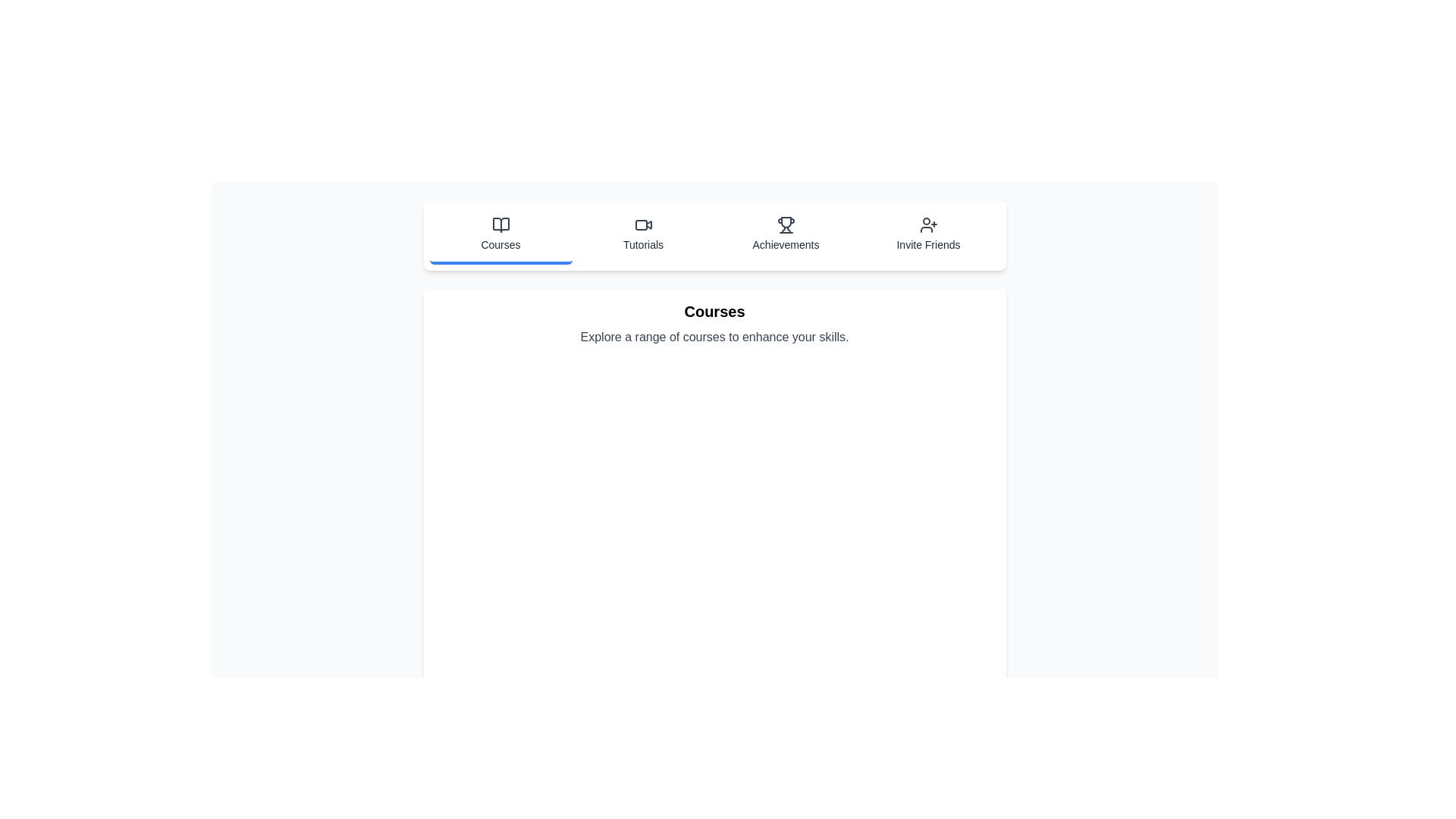  I want to click on text label for the 'Achievements' navigation option located in the navigation bar, positioned below the trophy icon, so click(786, 244).